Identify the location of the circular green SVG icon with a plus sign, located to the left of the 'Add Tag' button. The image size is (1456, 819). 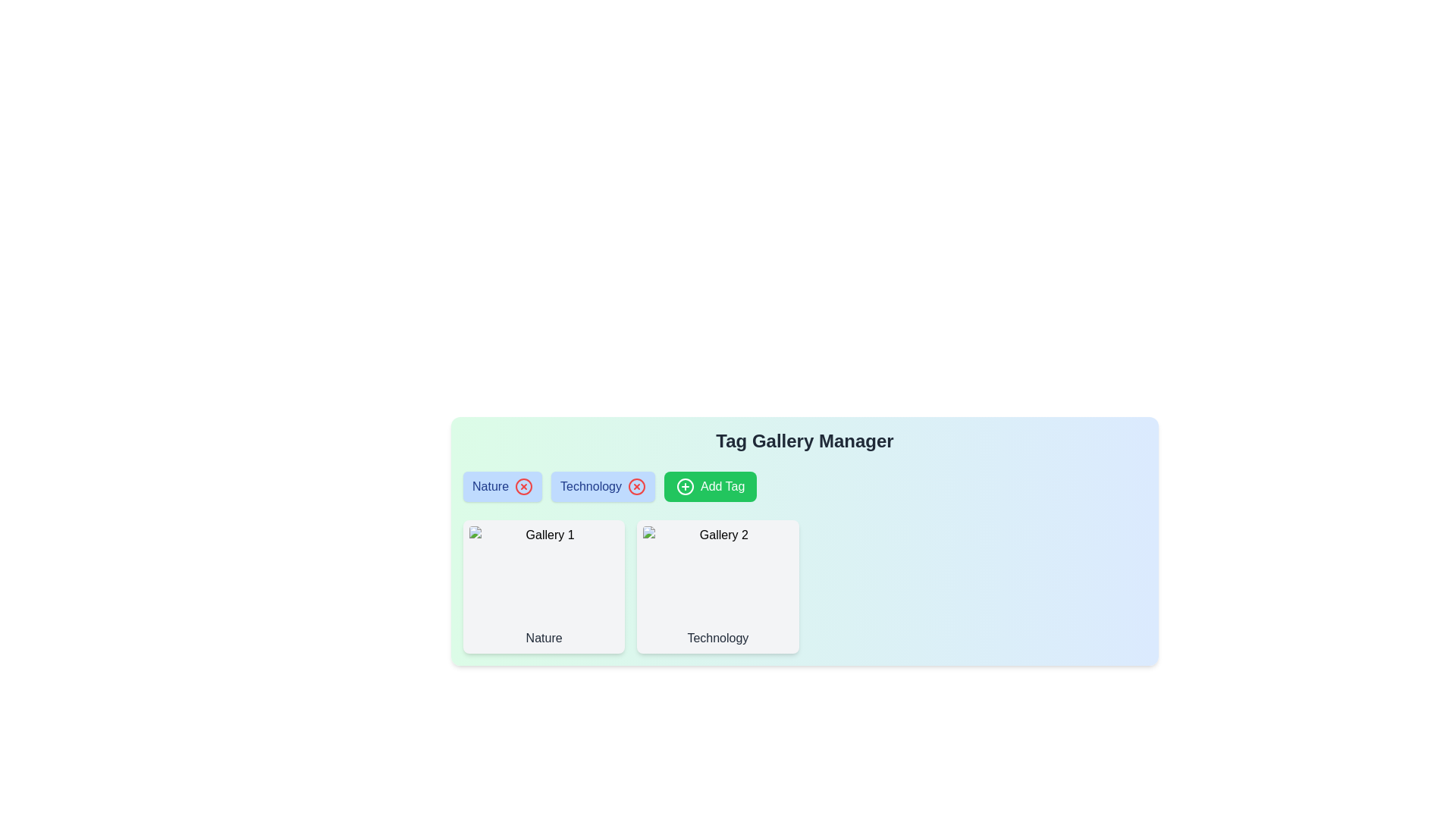
(684, 486).